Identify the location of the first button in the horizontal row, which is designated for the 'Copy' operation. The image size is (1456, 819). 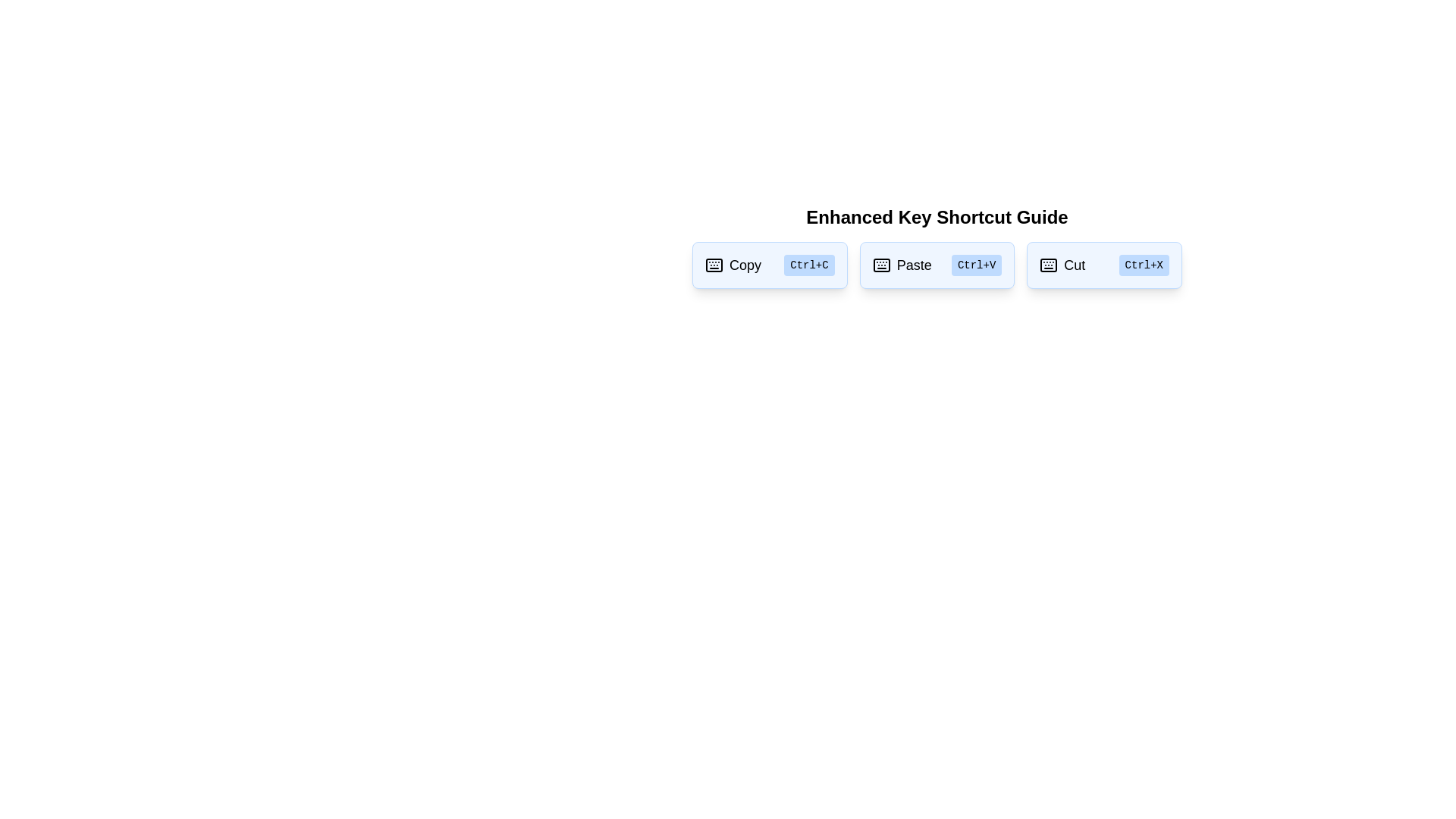
(769, 265).